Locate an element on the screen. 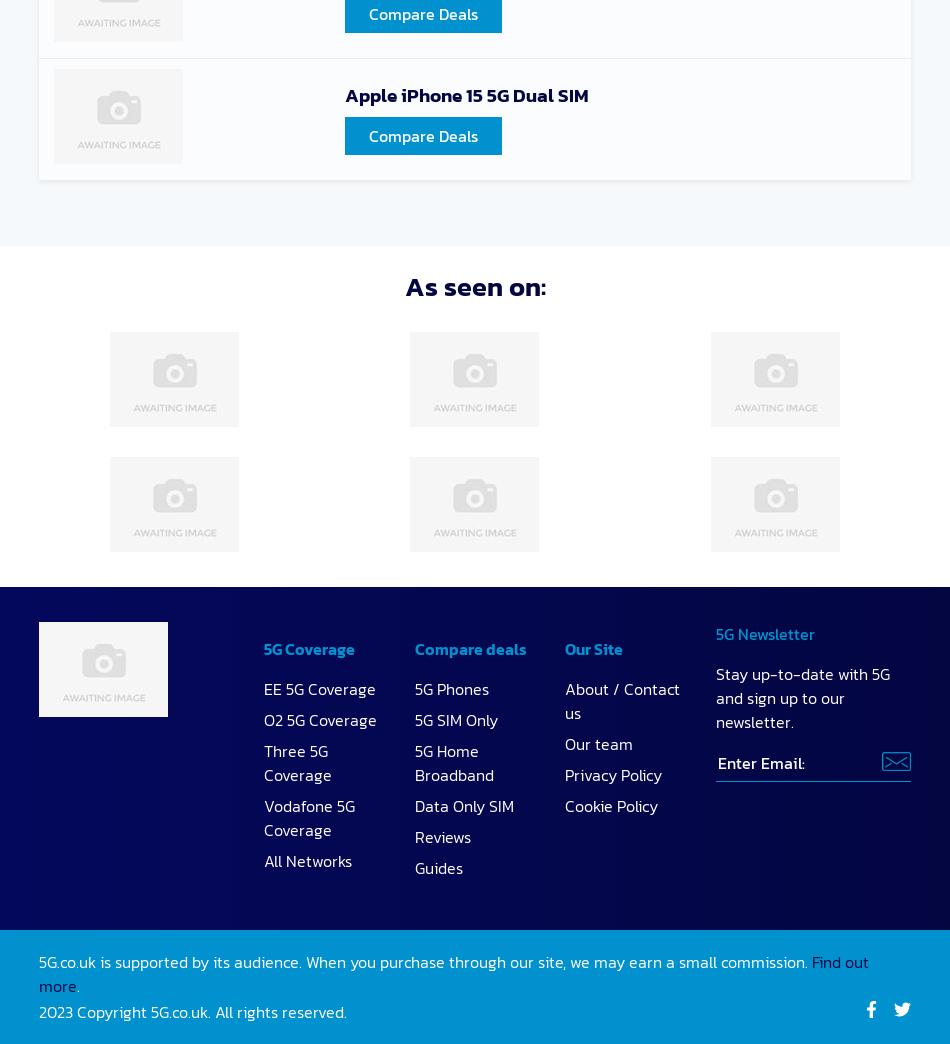 The image size is (950, 1044). 'All Networks' is located at coordinates (306, 860).